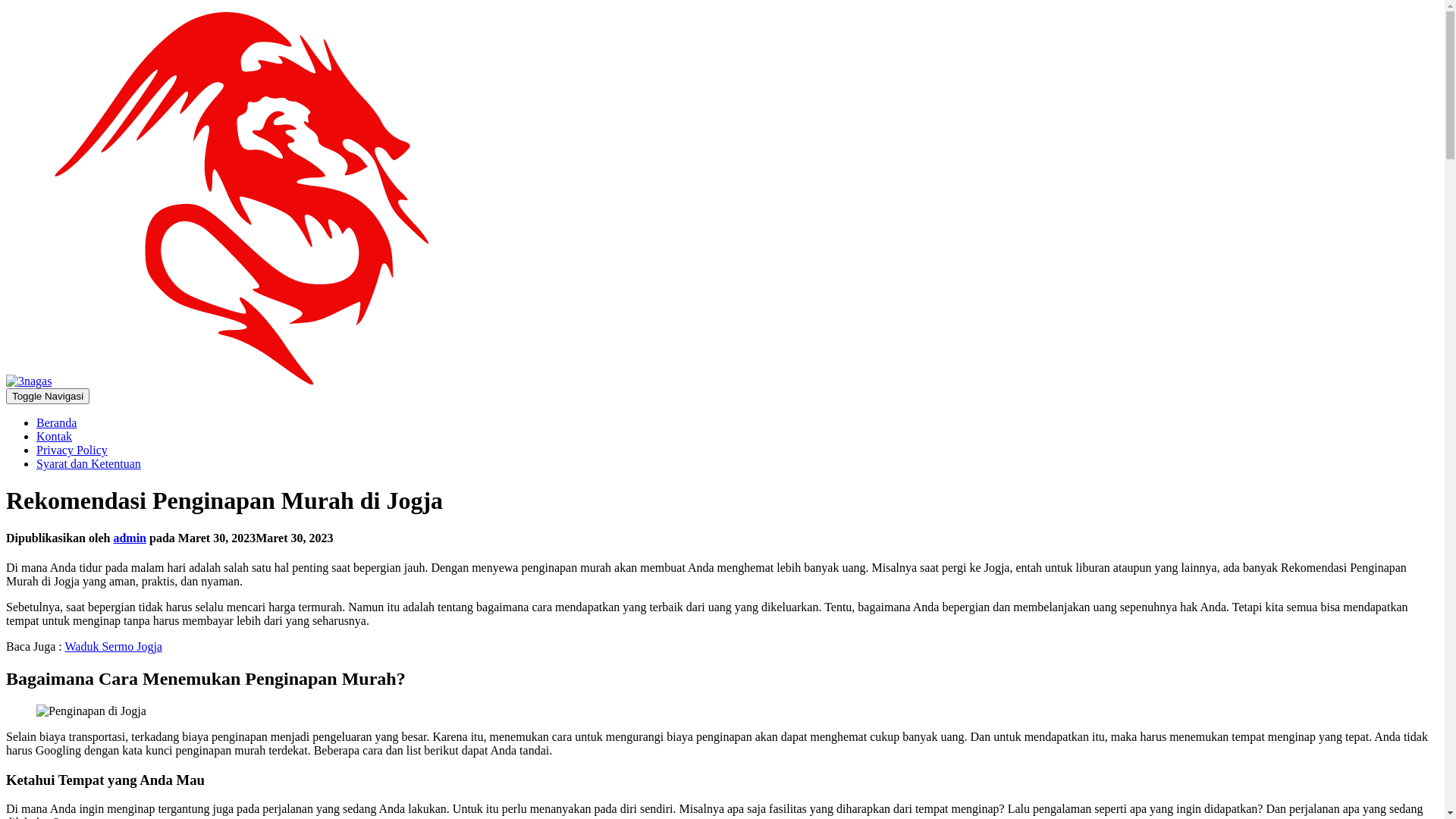 The width and height of the screenshot is (1456, 819). What do you see at coordinates (56, 422) in the screenshot?
I see `'Beranda'` at bounding box center [56, 422].